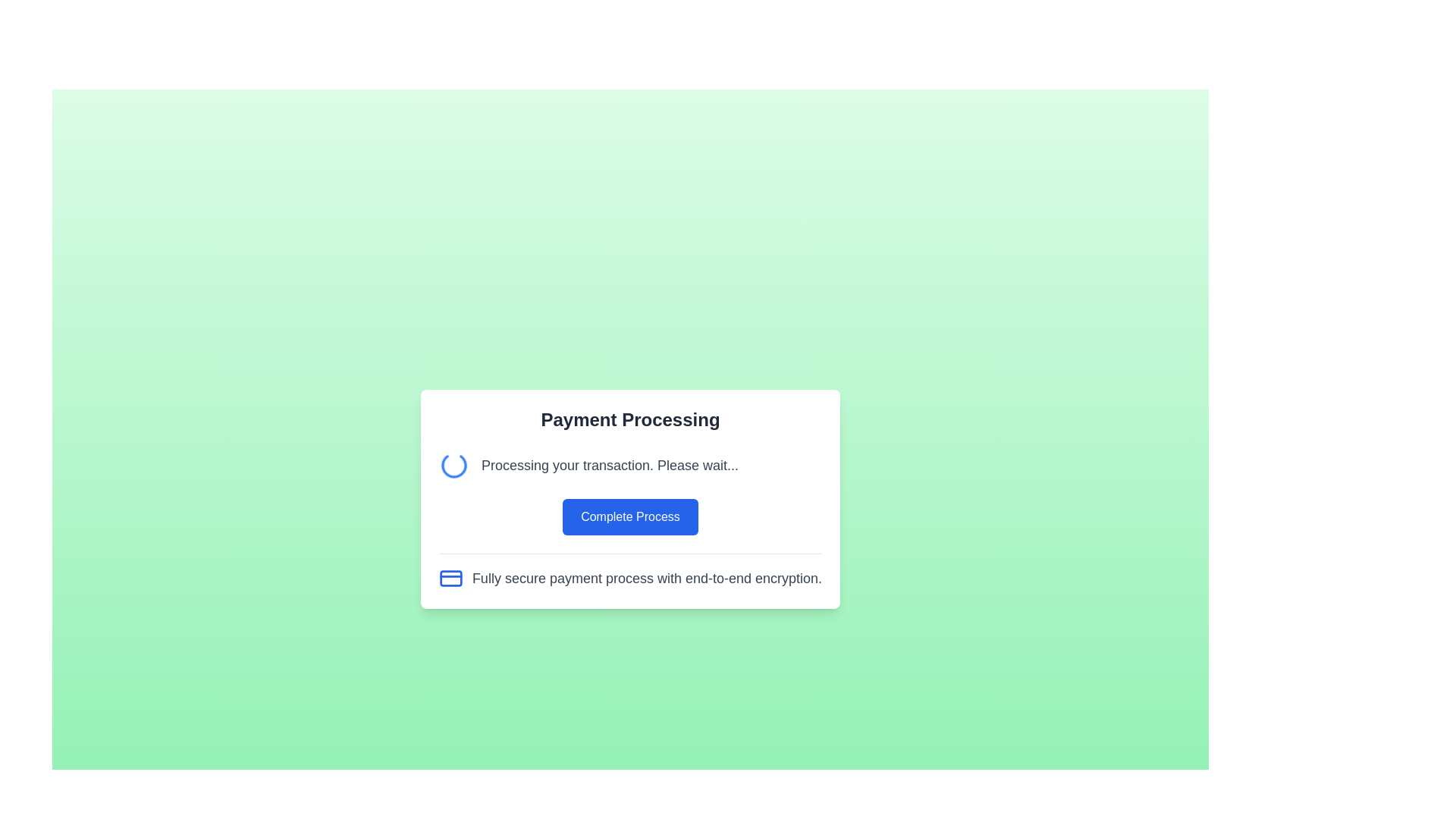 Image resolution: width=1456 pixels, height=819 pixels. What do you see at coordinates (450, 578) in the screenshot?
I see `the secure payment icon located to the left of the message 'Fully secure payment process with end-to-end encryption.'` at bounding box center [450, 578].